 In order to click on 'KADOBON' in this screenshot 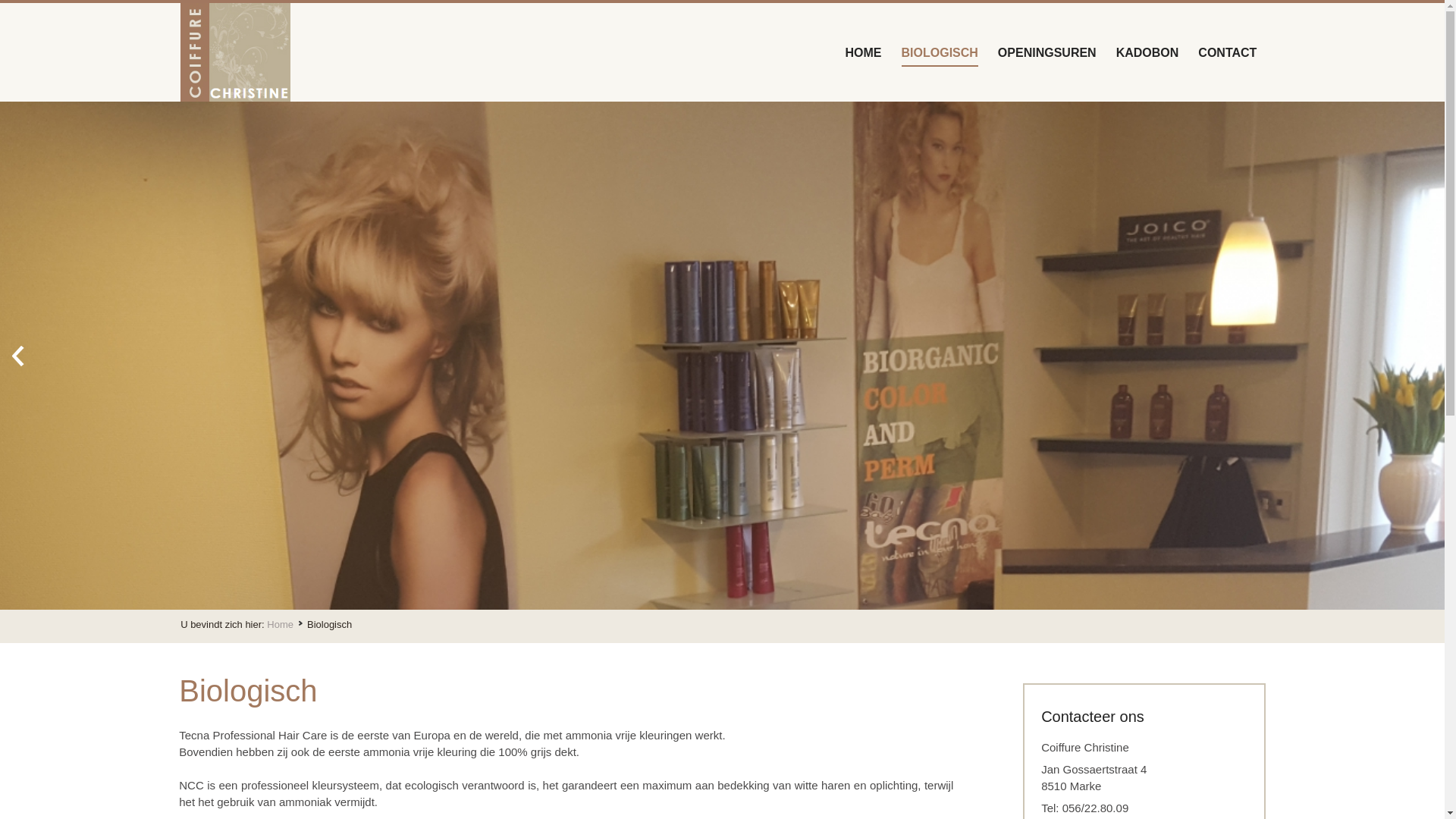, I will do `click(1147, 51)`.